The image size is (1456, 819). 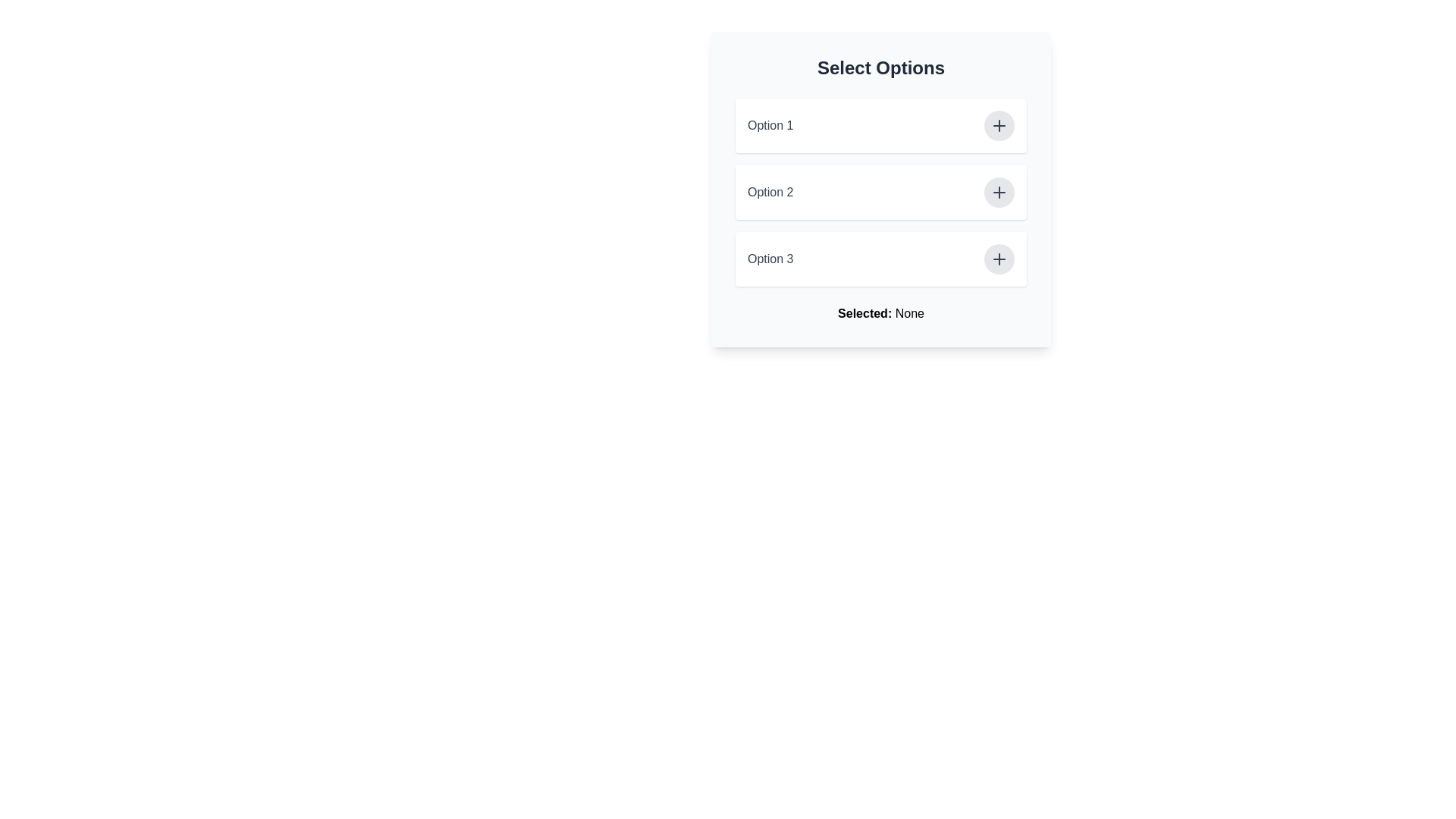 What do you see at coordinates (880, 259) in the screenshot?
I see `the third List Item with Interactive Button labeled 'Option 3'` at bounding box center [880, 259].